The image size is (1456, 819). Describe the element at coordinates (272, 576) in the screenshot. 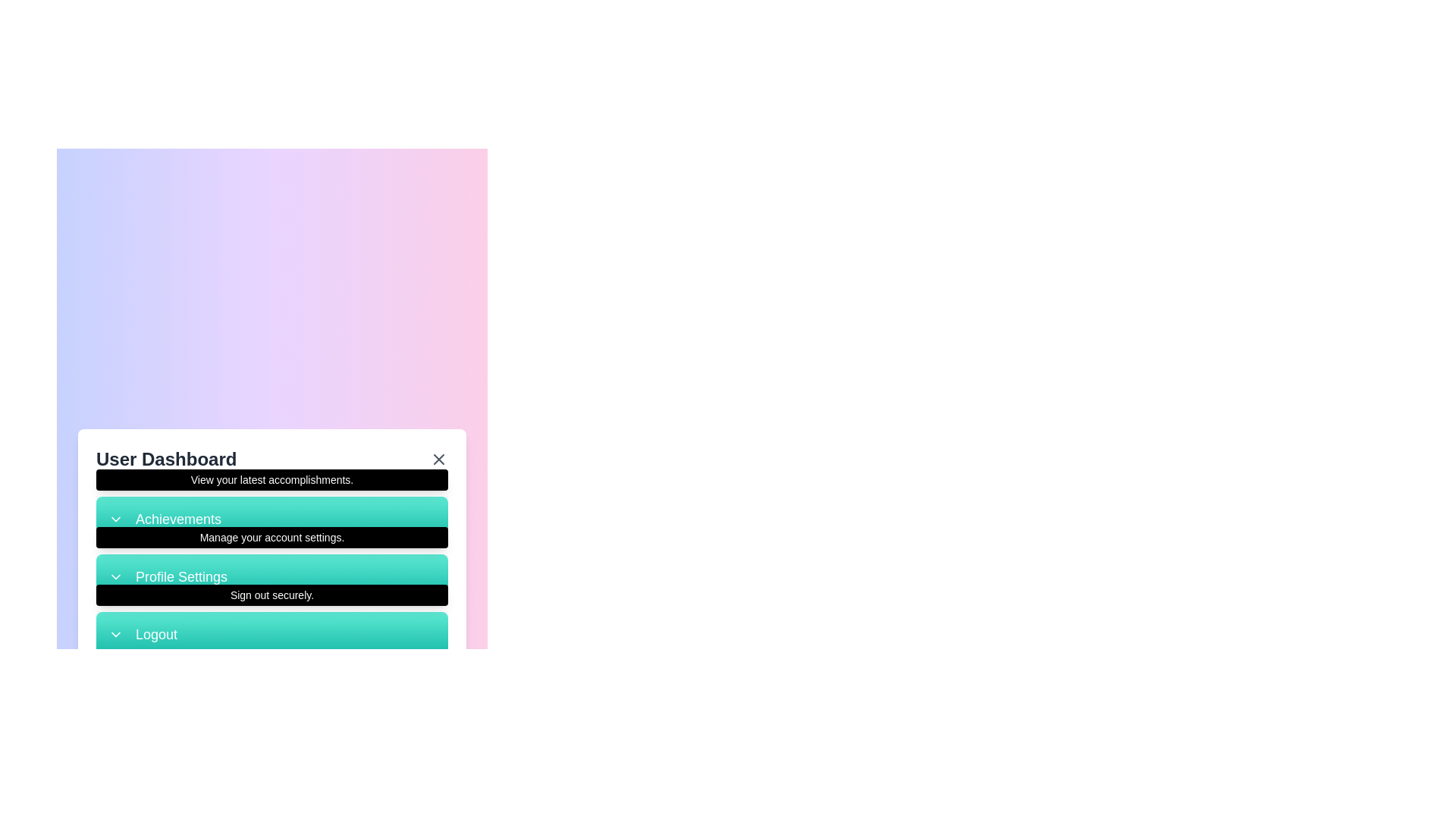

I see `the 'Profile Settings' Collapsible Section Header` at that location.